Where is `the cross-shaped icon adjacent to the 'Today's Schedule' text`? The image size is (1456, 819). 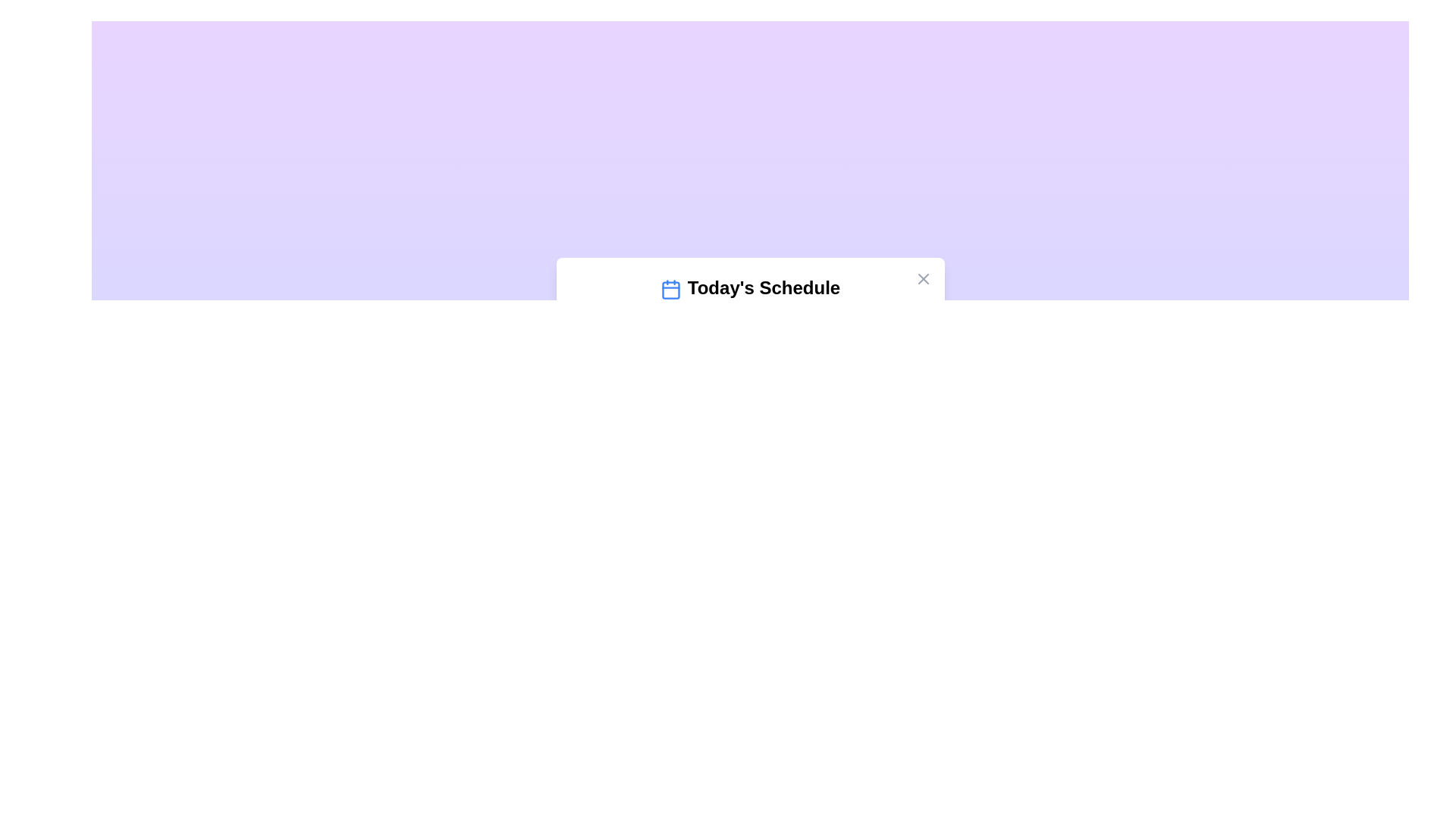
the cross-shaped icon adjacent to the 'Today's Schedule' text is located at coordinates (922, 278).